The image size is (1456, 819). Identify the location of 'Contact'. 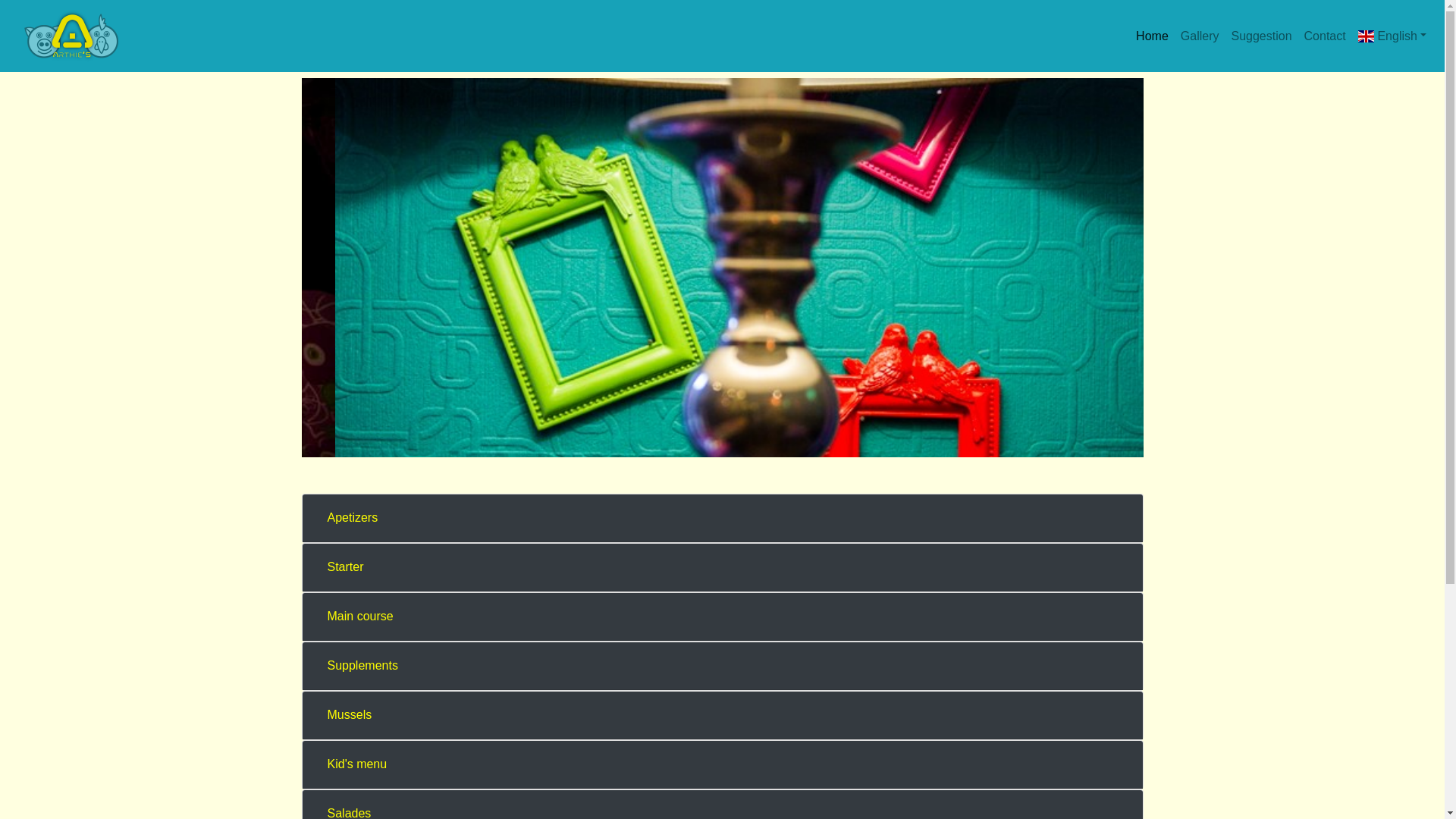
(1324, 35).